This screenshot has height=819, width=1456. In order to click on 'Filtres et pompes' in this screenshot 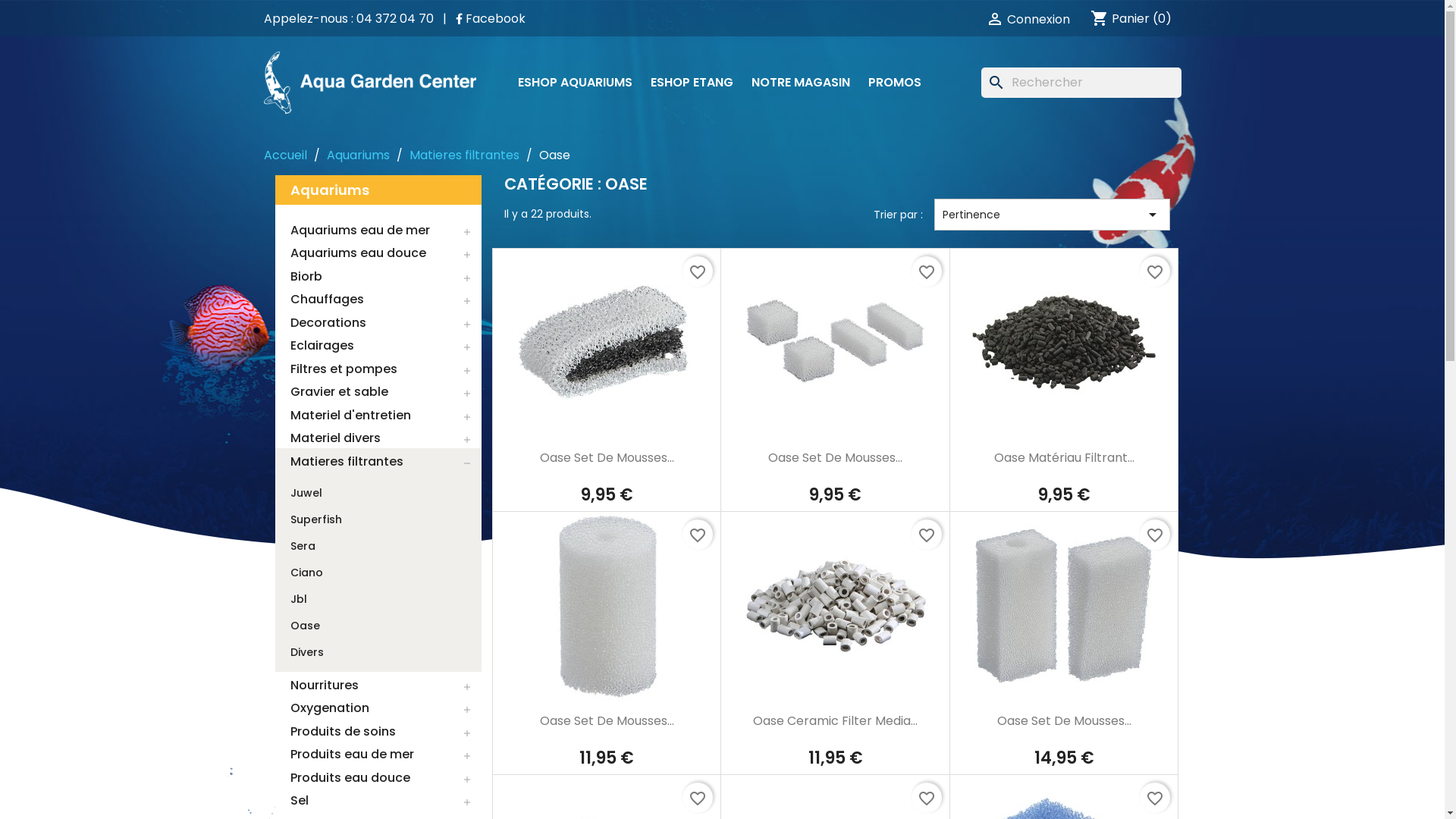, I will do `click(378, 369)`.